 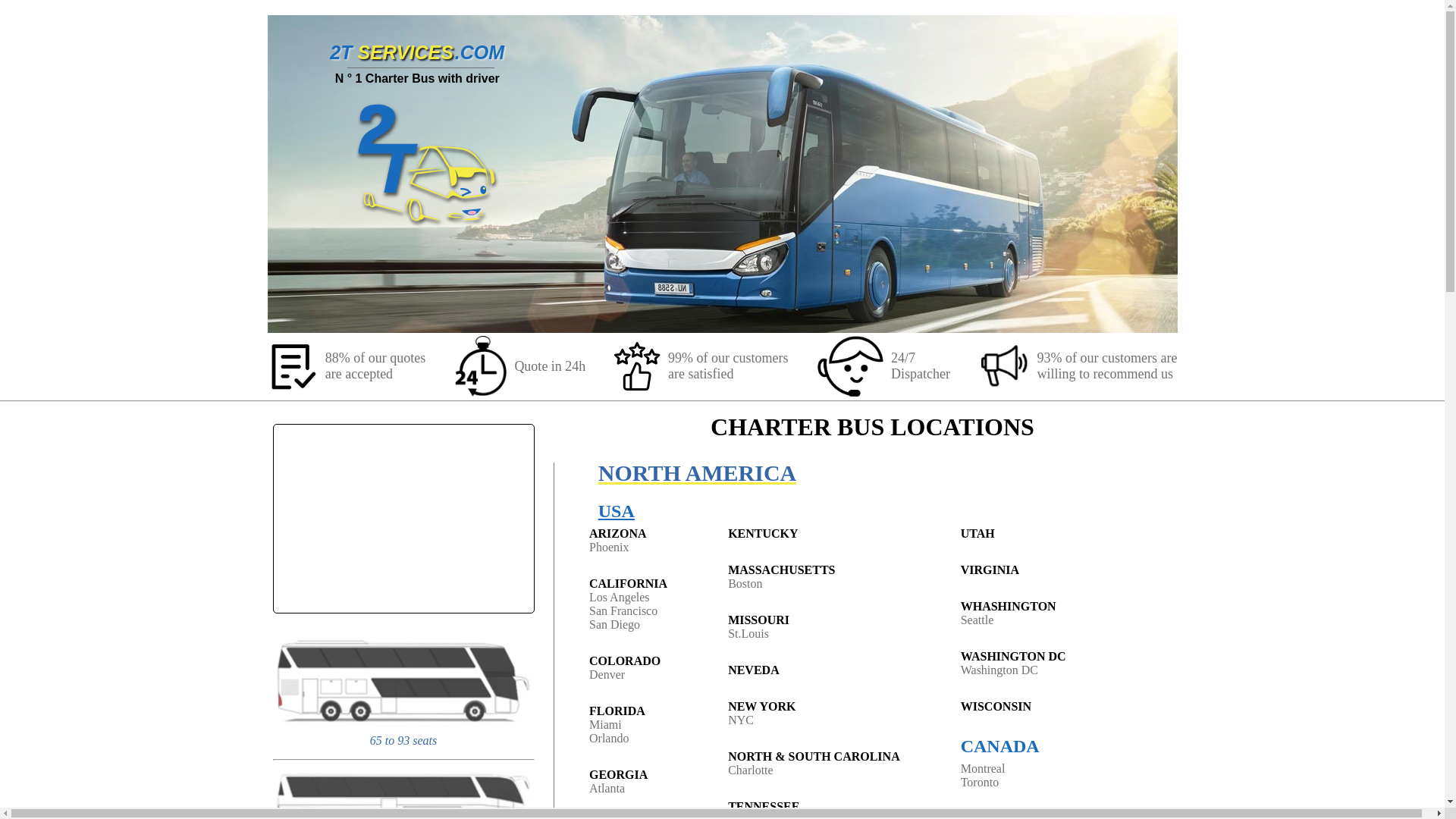 I want to click on 'San Diego', so click(x=614, y=624).